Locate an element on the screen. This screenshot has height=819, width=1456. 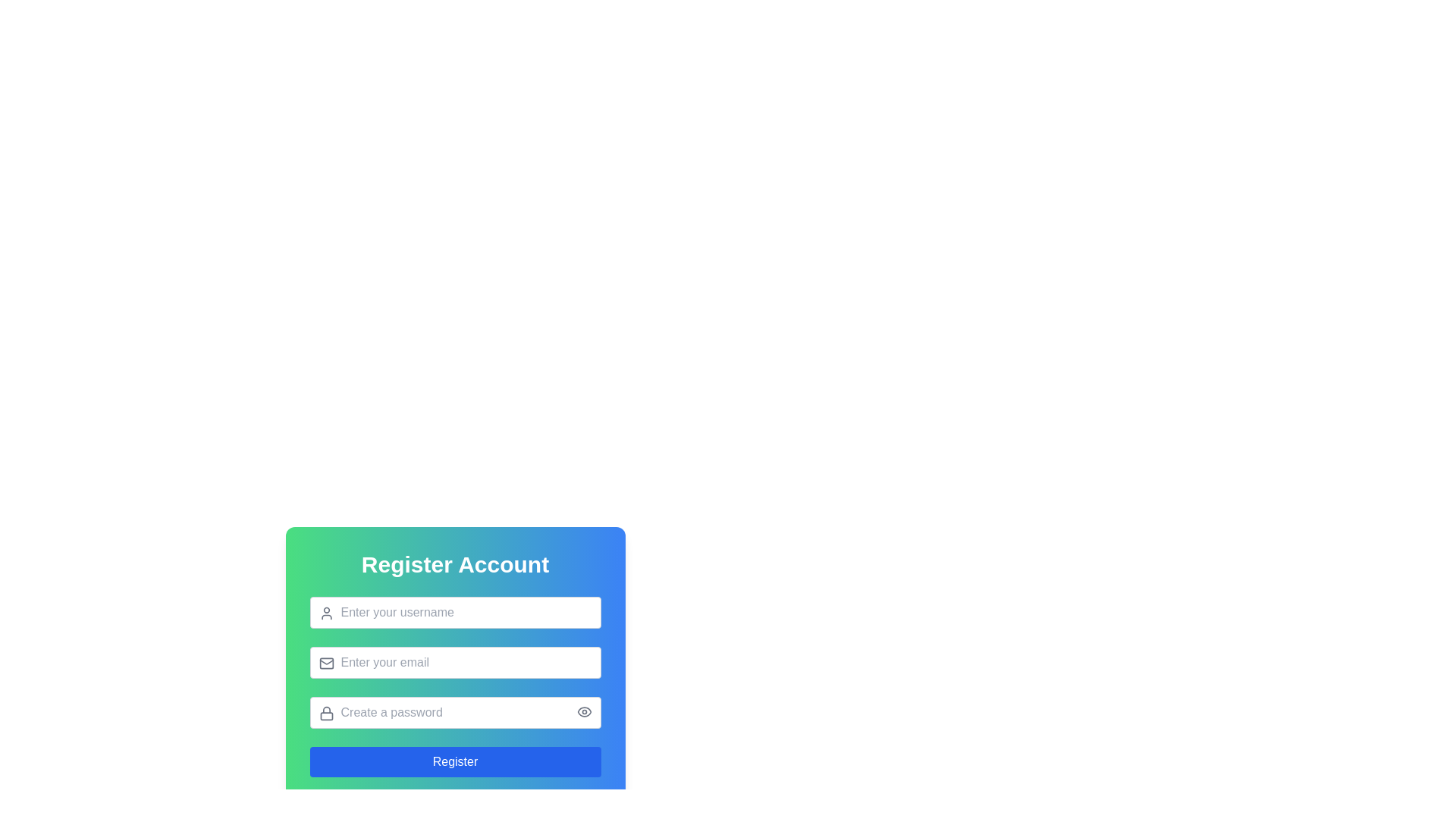
to focus on the email input field, which is the second input field in the registration form located below the username field and above the password field is located at coordinates (454, 648).